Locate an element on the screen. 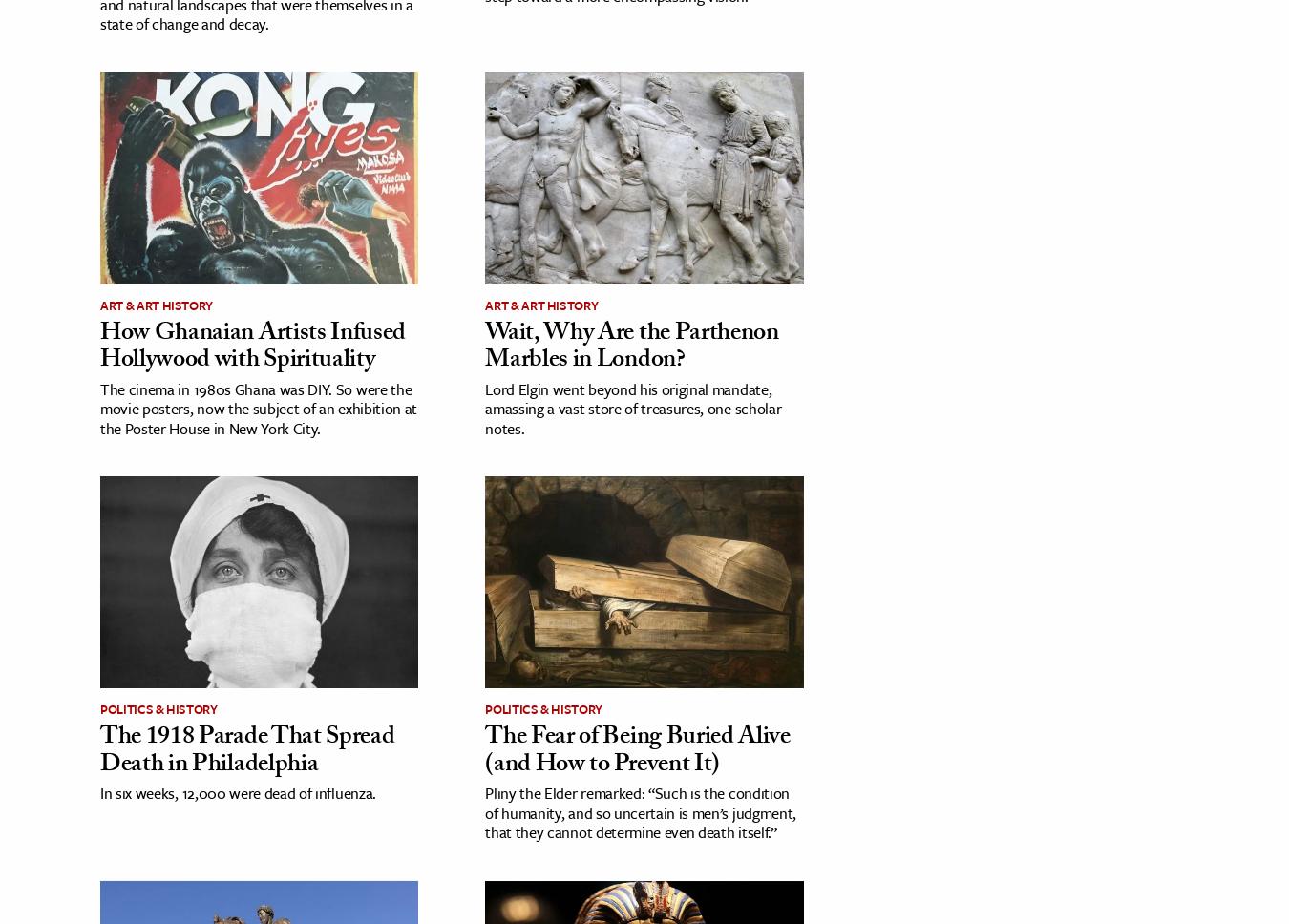 Image resolution: width=1289 pixels, height=924 pixels. 'The 1918 Parade That Spread Death in Philadelphia' is located at coordinates (99, 750).